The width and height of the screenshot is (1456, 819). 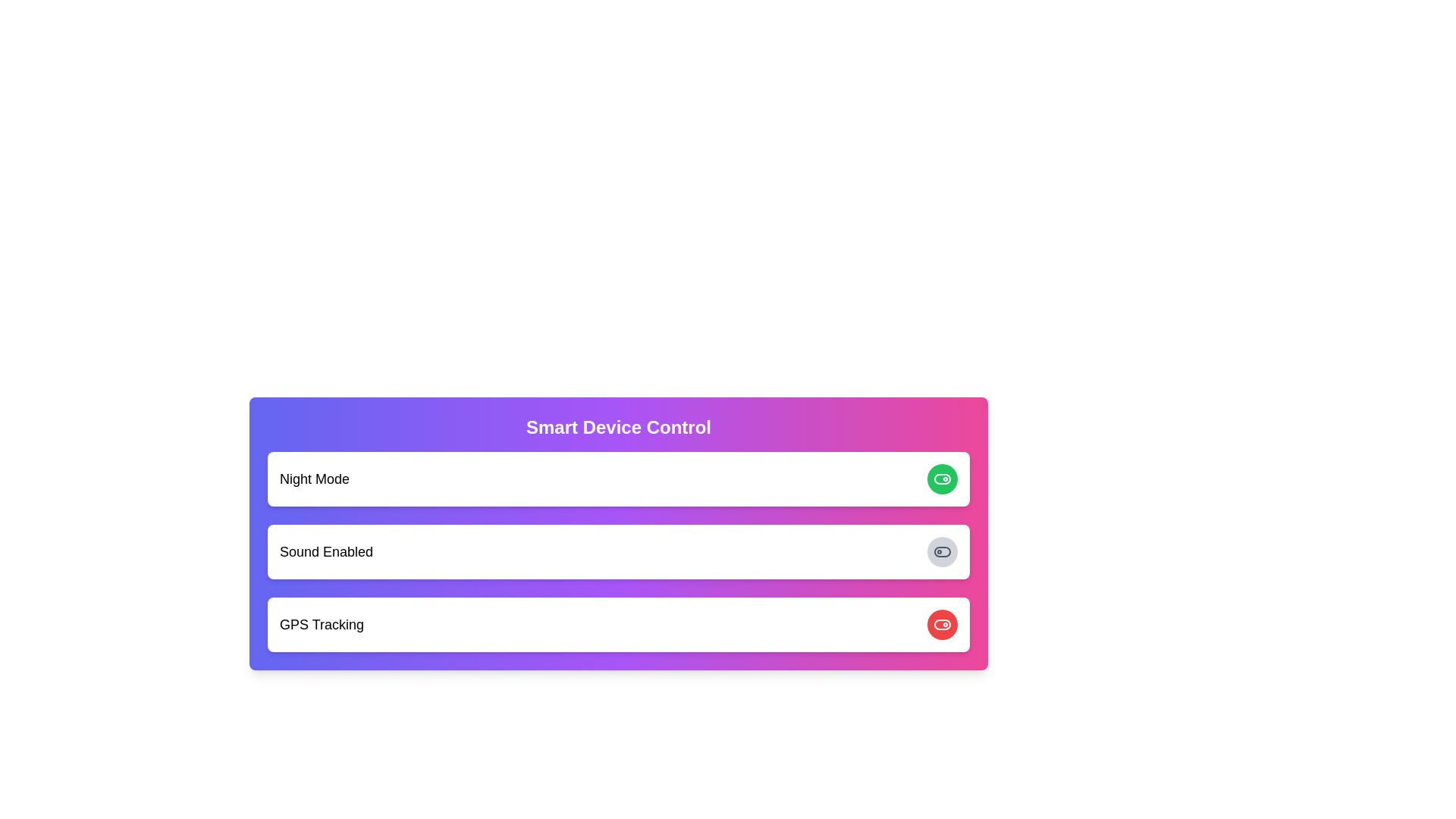 I want to click on the green toggle switch icon for Night Mode located at the topmost row of control options to switch its state, so click(x=942, y=479).